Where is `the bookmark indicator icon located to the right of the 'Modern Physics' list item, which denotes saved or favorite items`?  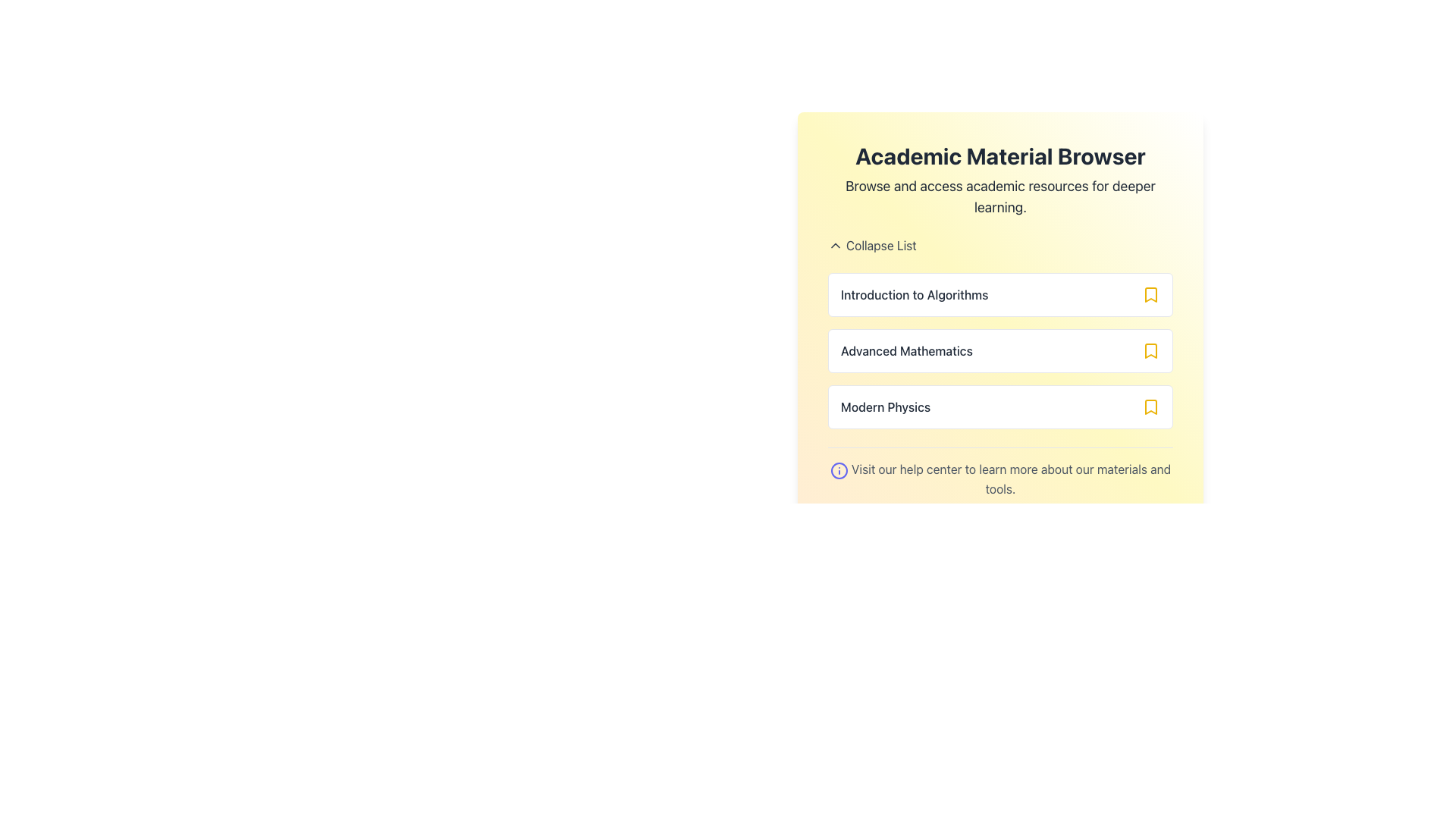
the bookmark indicator icon located to the right of the 'Modern Physics' list item, which denotes saved or favorite items is located at coordinates (1150, 406).